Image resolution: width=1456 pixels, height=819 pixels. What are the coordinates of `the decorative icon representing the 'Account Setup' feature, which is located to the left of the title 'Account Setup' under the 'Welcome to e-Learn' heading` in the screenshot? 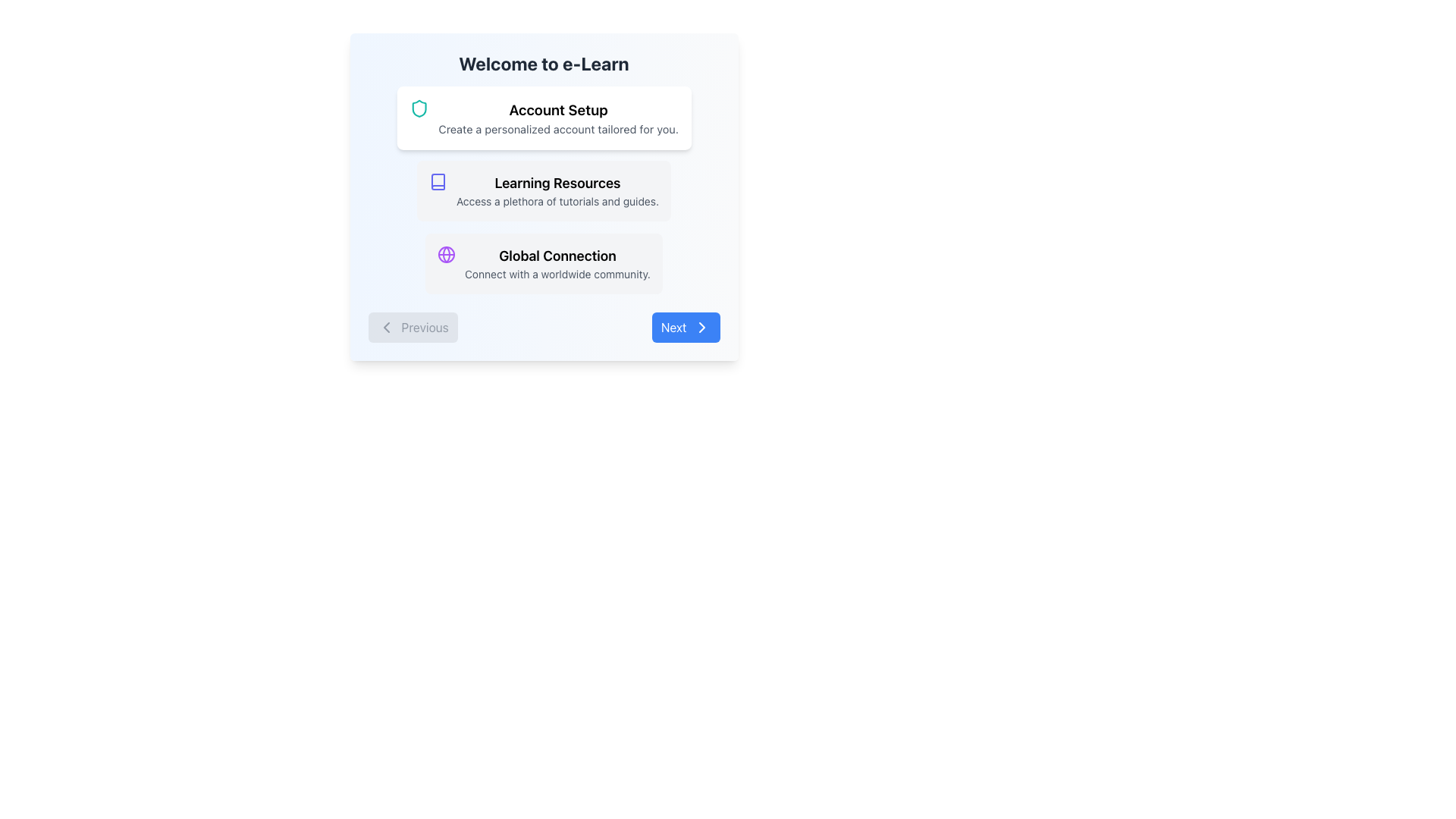 It's located at (419, 108).